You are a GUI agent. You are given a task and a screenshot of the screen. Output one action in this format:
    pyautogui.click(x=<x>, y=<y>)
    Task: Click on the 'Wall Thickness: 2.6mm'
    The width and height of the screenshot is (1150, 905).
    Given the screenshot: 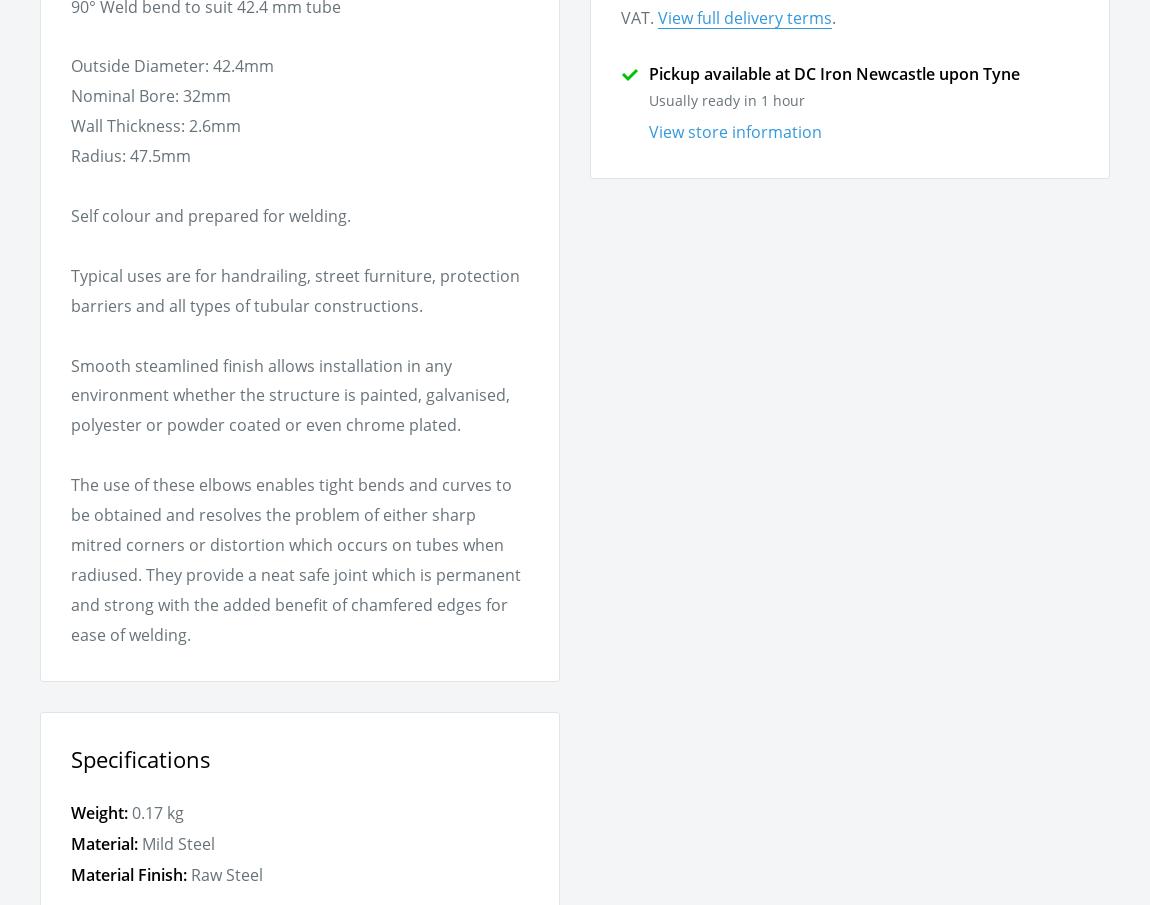 What is the action you would take?
    pyautogui.click(x=155, y=124)
    